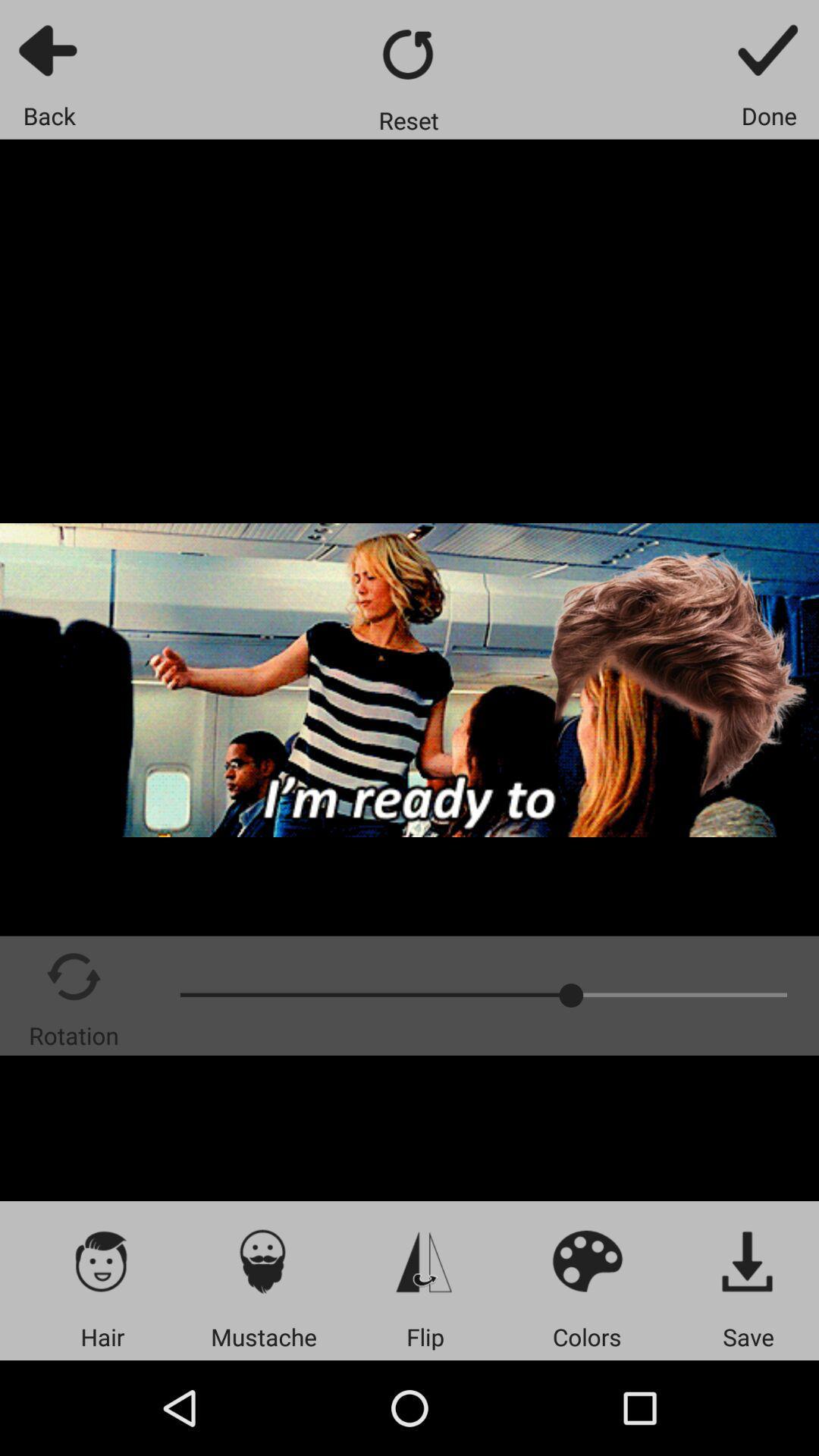  I want to click on flip image, so click(425, 1260).